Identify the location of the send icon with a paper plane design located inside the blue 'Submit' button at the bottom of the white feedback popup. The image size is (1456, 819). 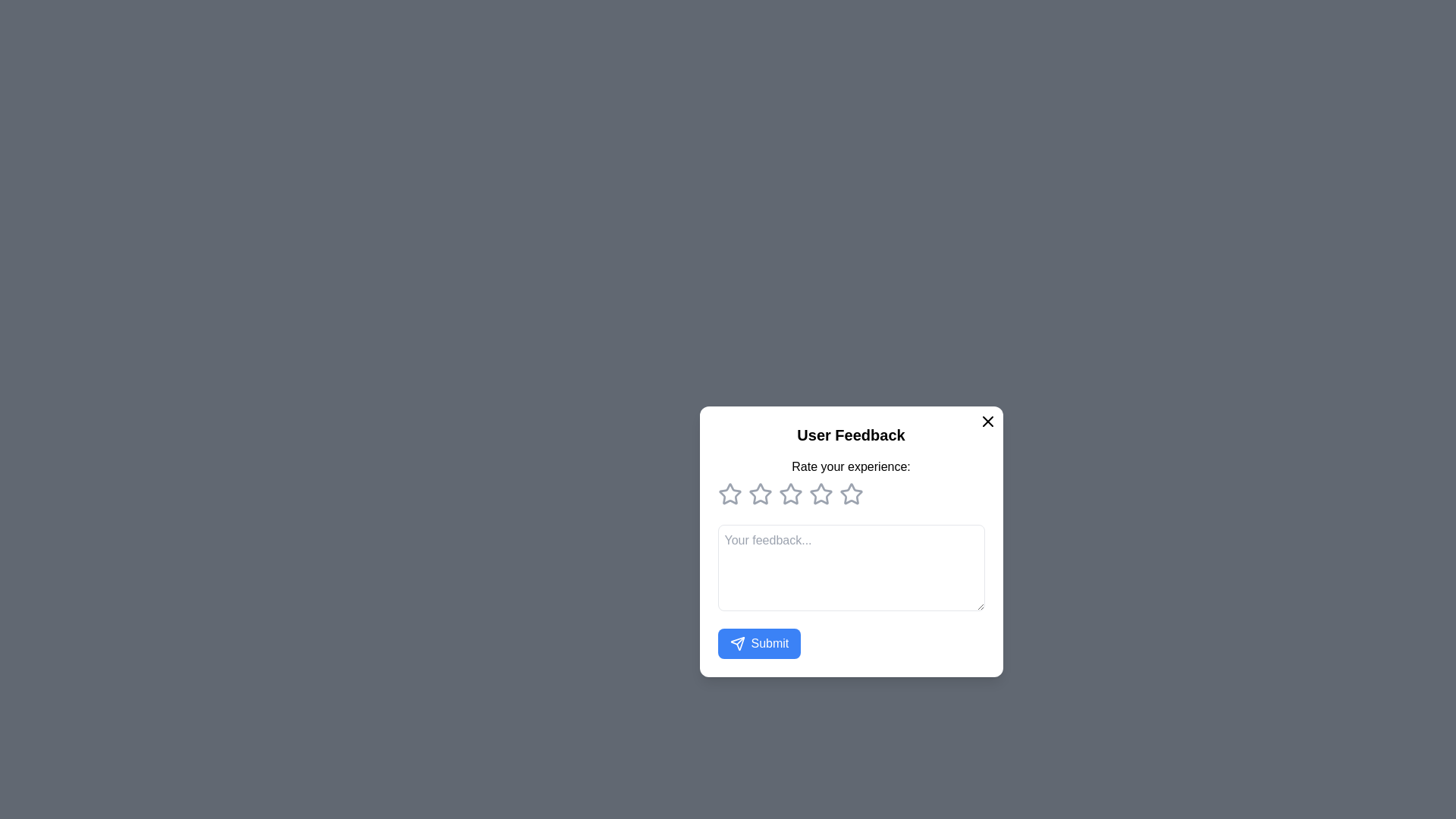
(737, 643).